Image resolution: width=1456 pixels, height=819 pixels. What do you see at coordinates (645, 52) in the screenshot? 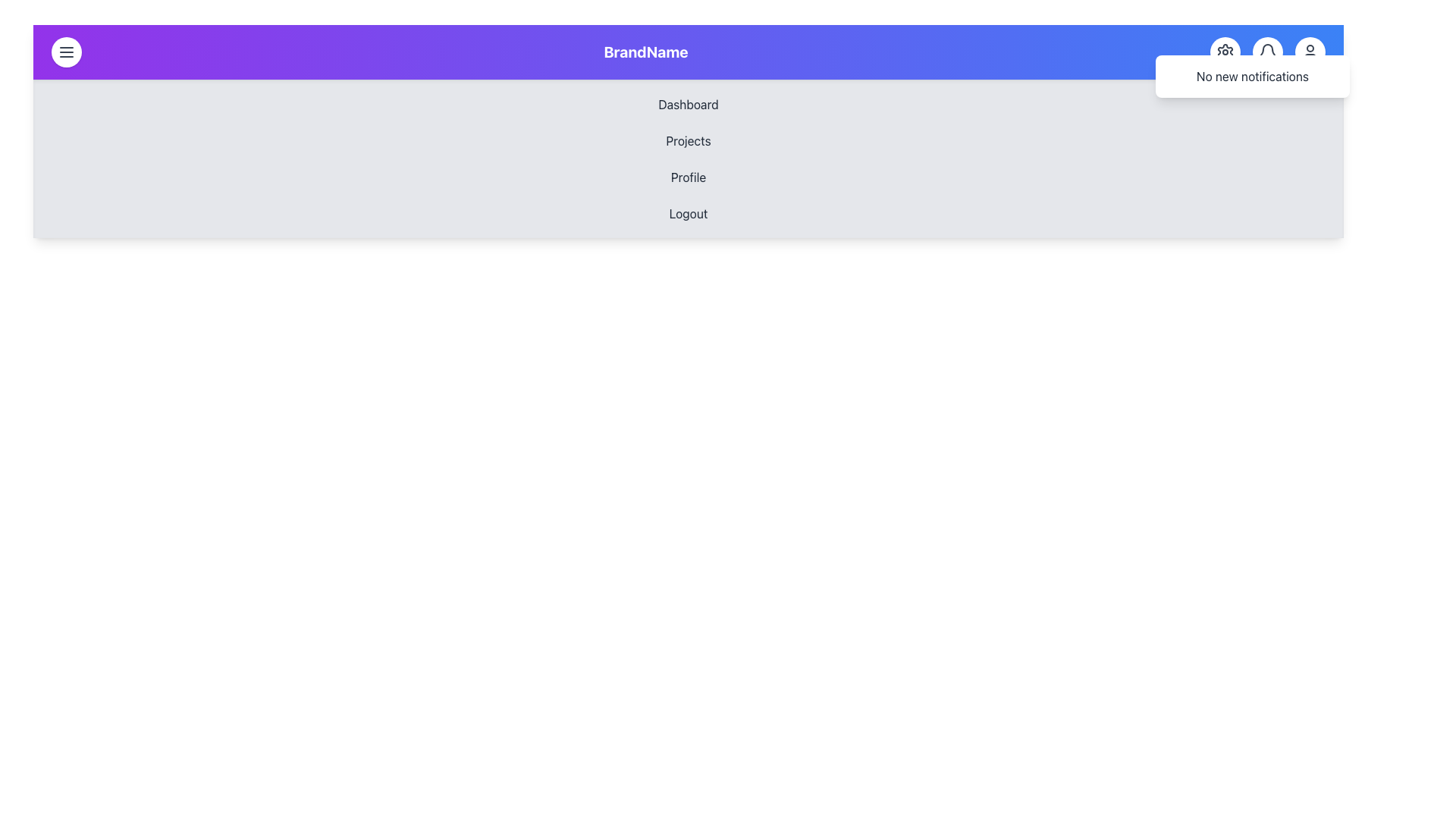
I see `the 'BrandName' text label displayed in a bold and extra-large font on the purple header bar` at bounding box center [645, 52].